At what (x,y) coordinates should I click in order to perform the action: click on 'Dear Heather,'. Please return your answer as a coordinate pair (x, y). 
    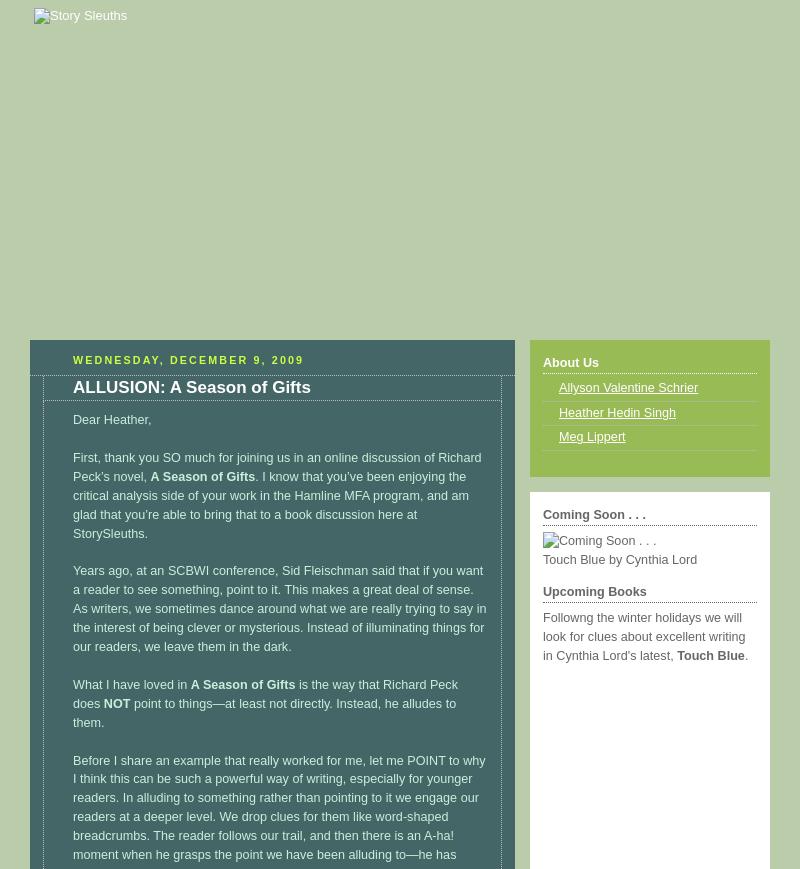
    Looking at the image, I should click on (111, 418).